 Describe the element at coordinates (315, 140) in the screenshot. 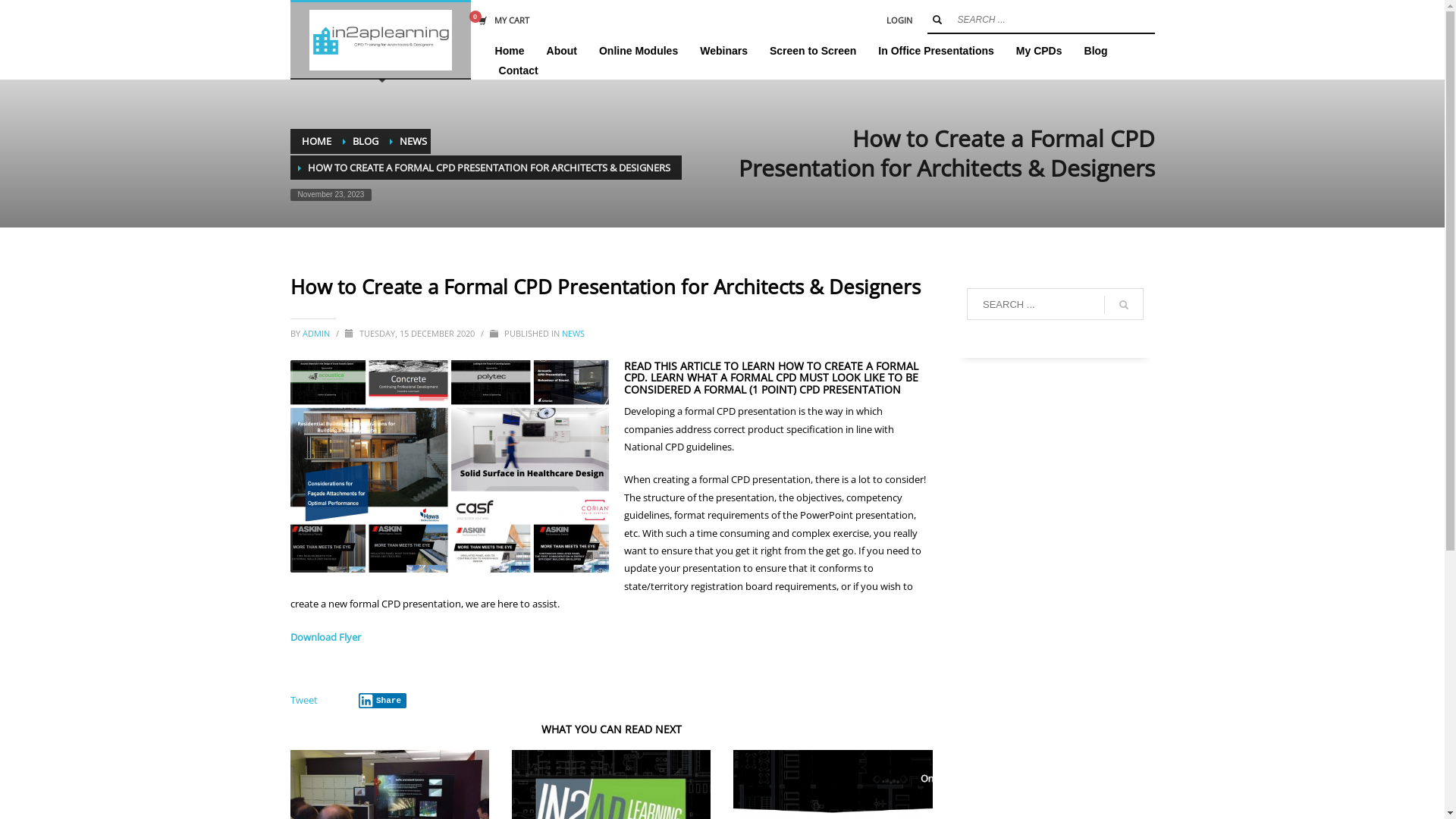

I see `'HOME'` at that location.